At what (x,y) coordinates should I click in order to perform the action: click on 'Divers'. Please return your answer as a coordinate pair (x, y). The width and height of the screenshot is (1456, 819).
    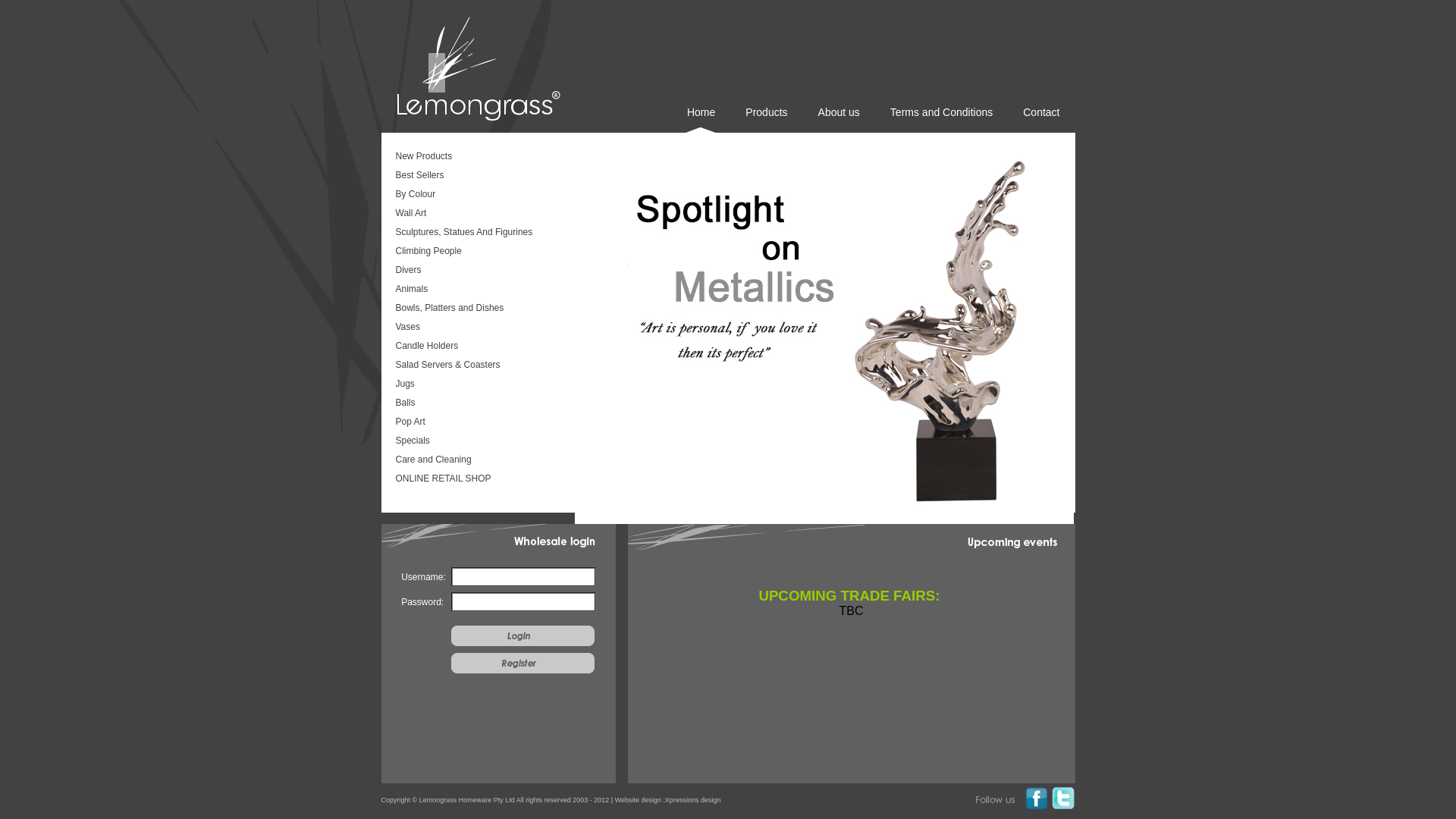
    Looking at the image, I should click on (475, 271).